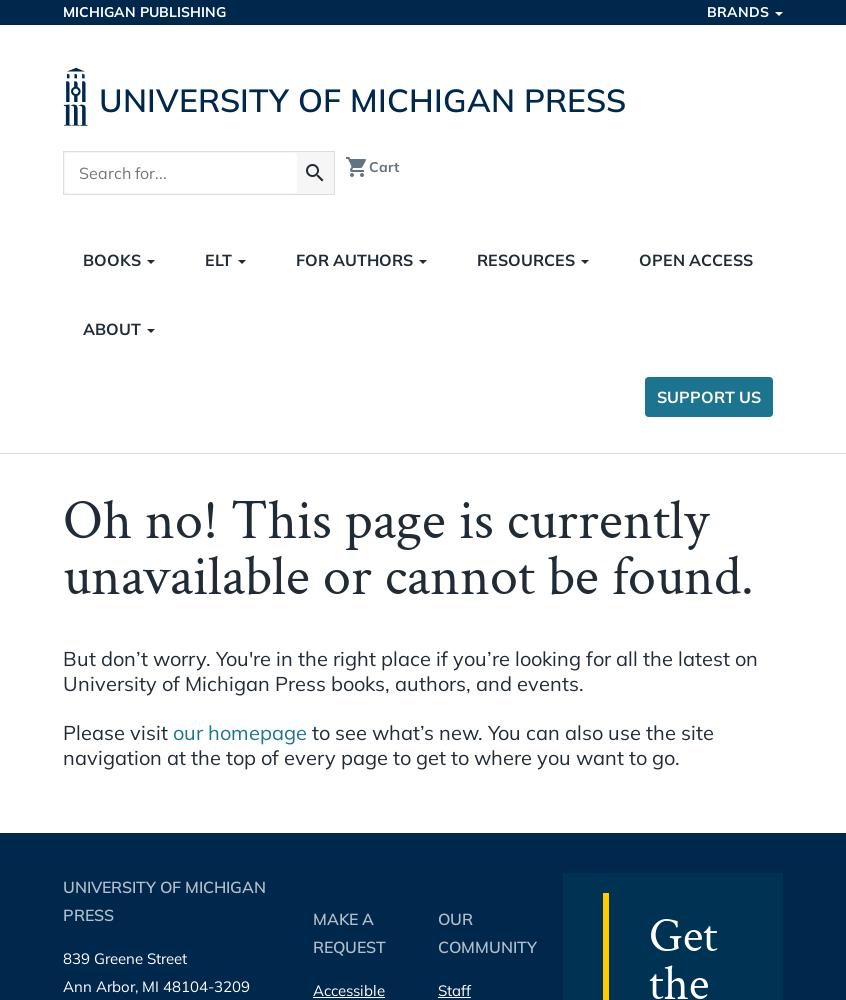 The width and height of the screenshot is (846, 1000). What do you see at coordinates (527, 260) in the screenshot?
I see `'Resources'` at bounding box center [527, 260].